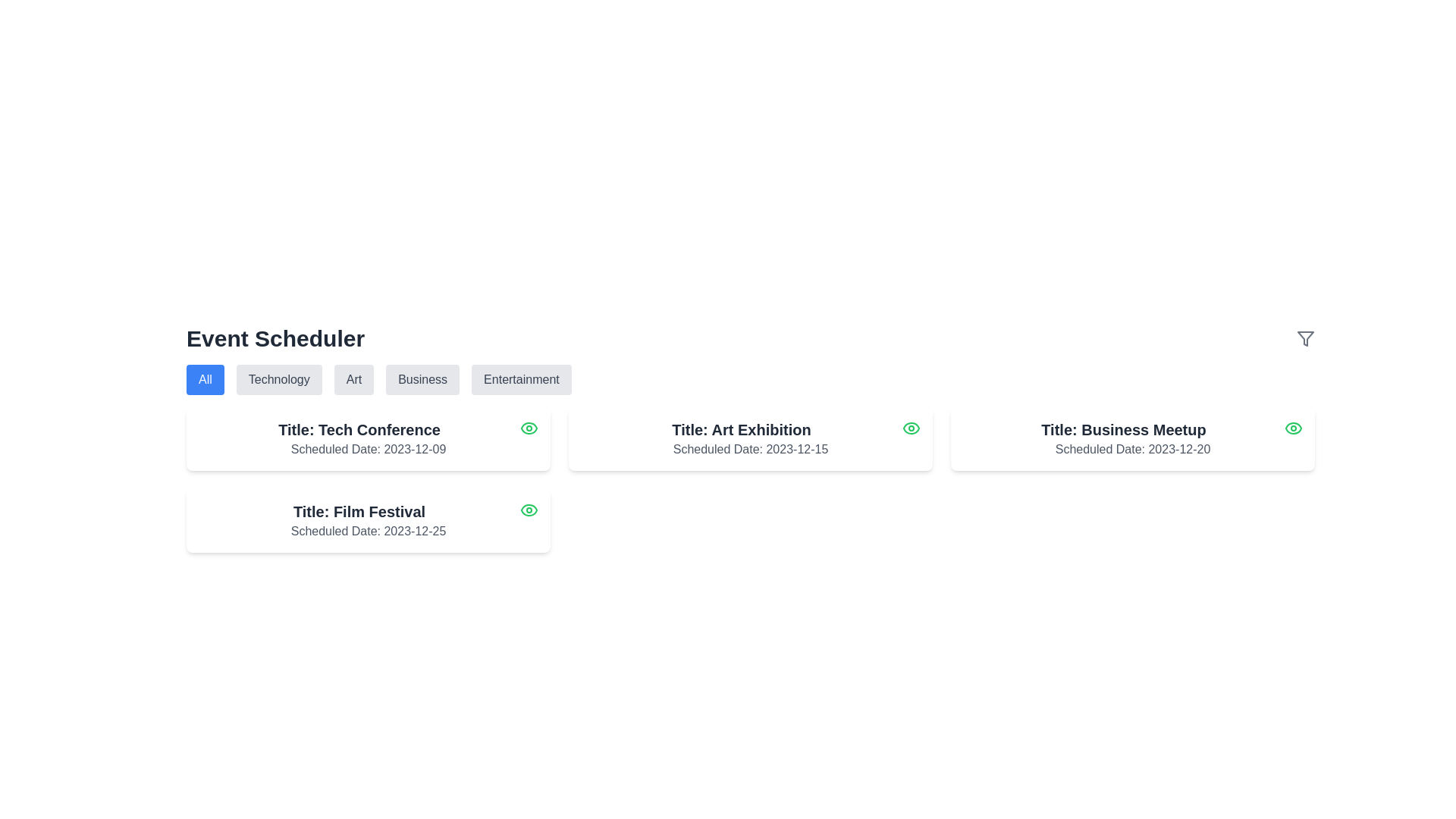  What do you see at coordinates (279, 379) in the screenshot?
I see `the 'Technology' button` at bounding box center [279, 379].